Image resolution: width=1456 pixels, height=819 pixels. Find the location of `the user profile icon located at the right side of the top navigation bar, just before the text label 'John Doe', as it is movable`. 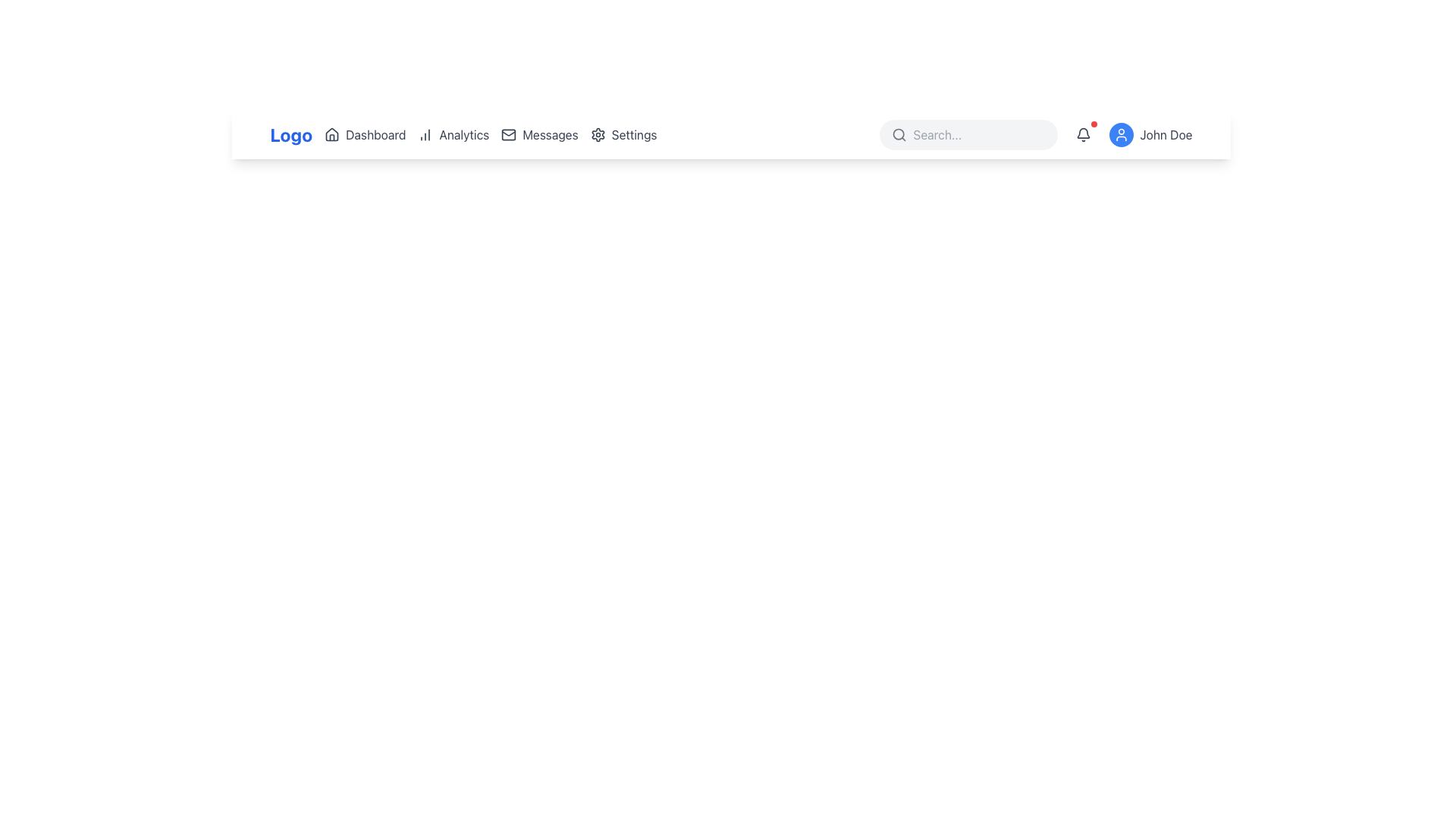

the user profile icon located at the right side of the top navigation bar, just before the text label 'John Doe', as it is movable is located at coordinates (1122, 133).